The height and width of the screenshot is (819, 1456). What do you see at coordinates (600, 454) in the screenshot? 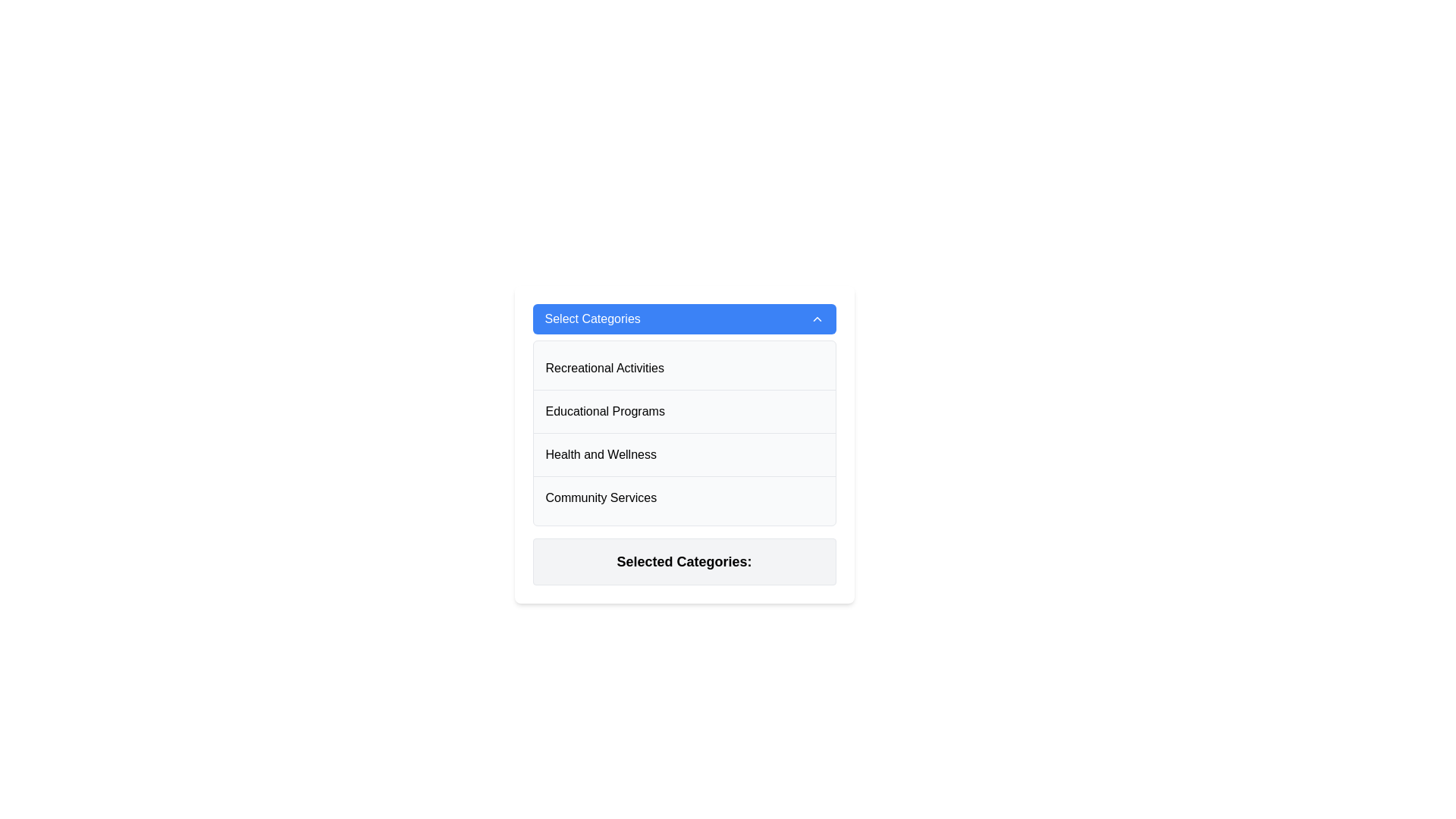
I see `the text 'Health and Wellness' within the dropdown list for interaction feedback` at bounding box center [600, 454].